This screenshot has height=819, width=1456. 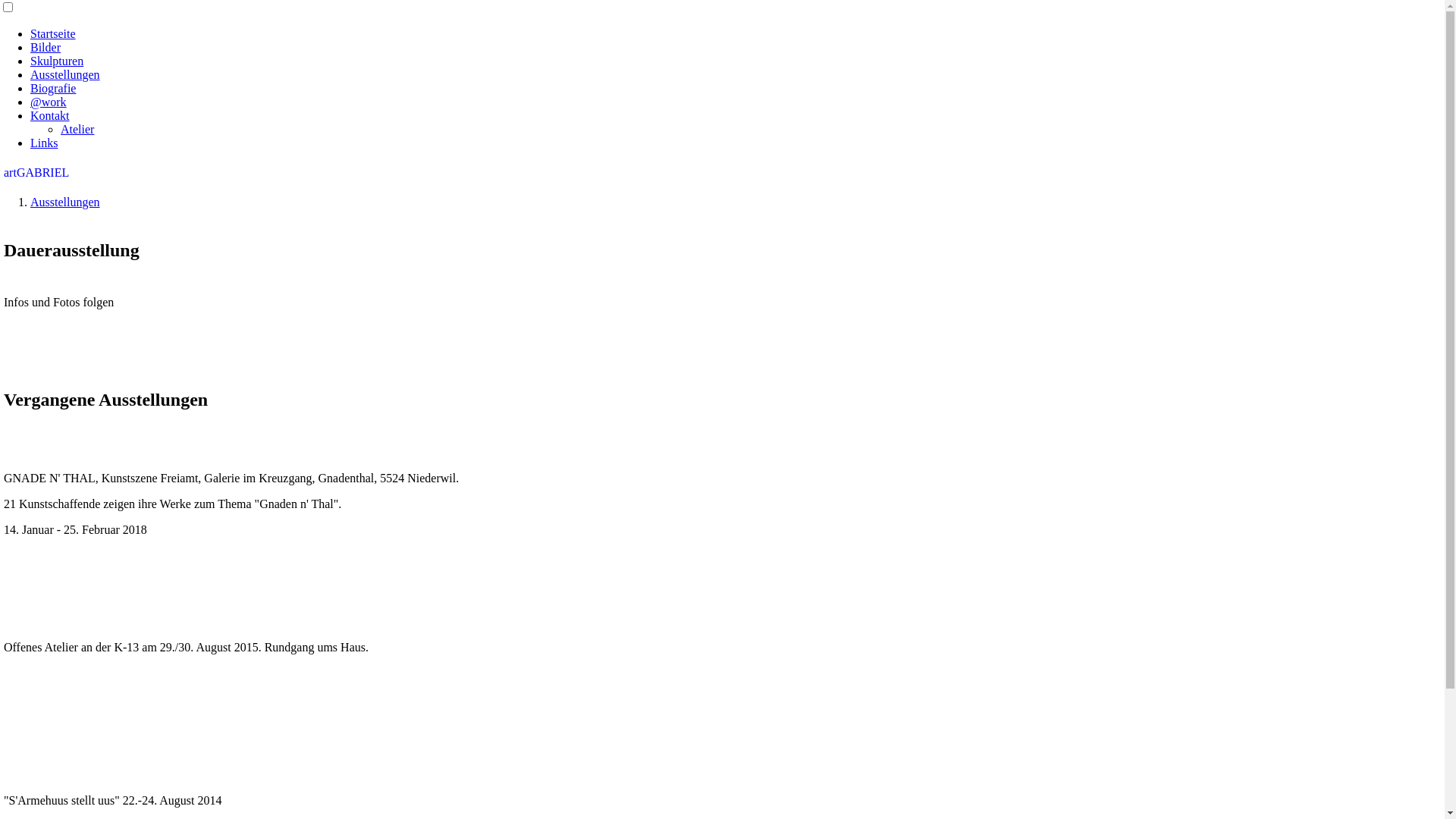 I want to click on 'Ausstellungen', so click(x=64, y=74).